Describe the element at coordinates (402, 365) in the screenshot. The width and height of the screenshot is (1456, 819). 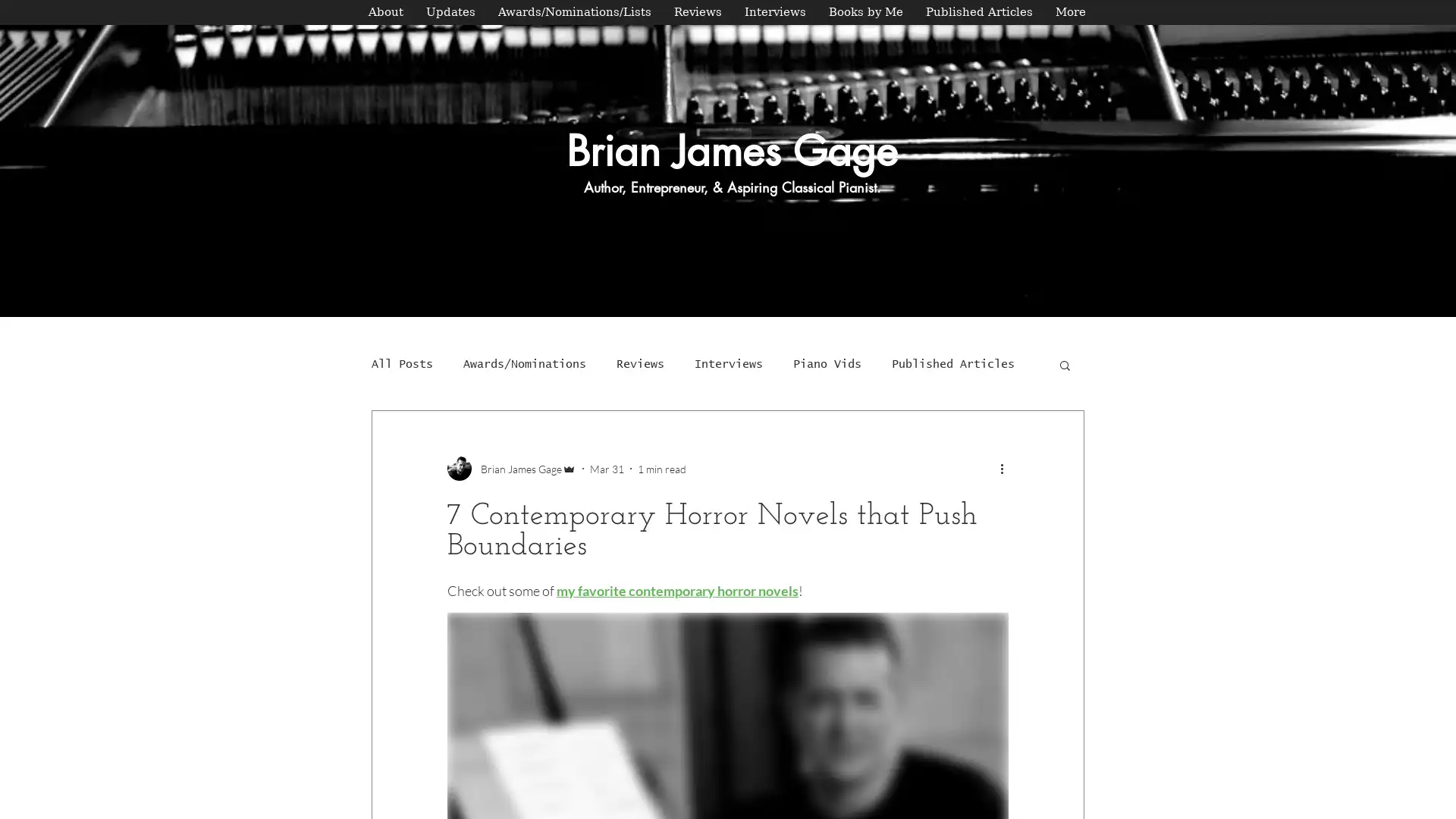
I see `All Posts` at that location.